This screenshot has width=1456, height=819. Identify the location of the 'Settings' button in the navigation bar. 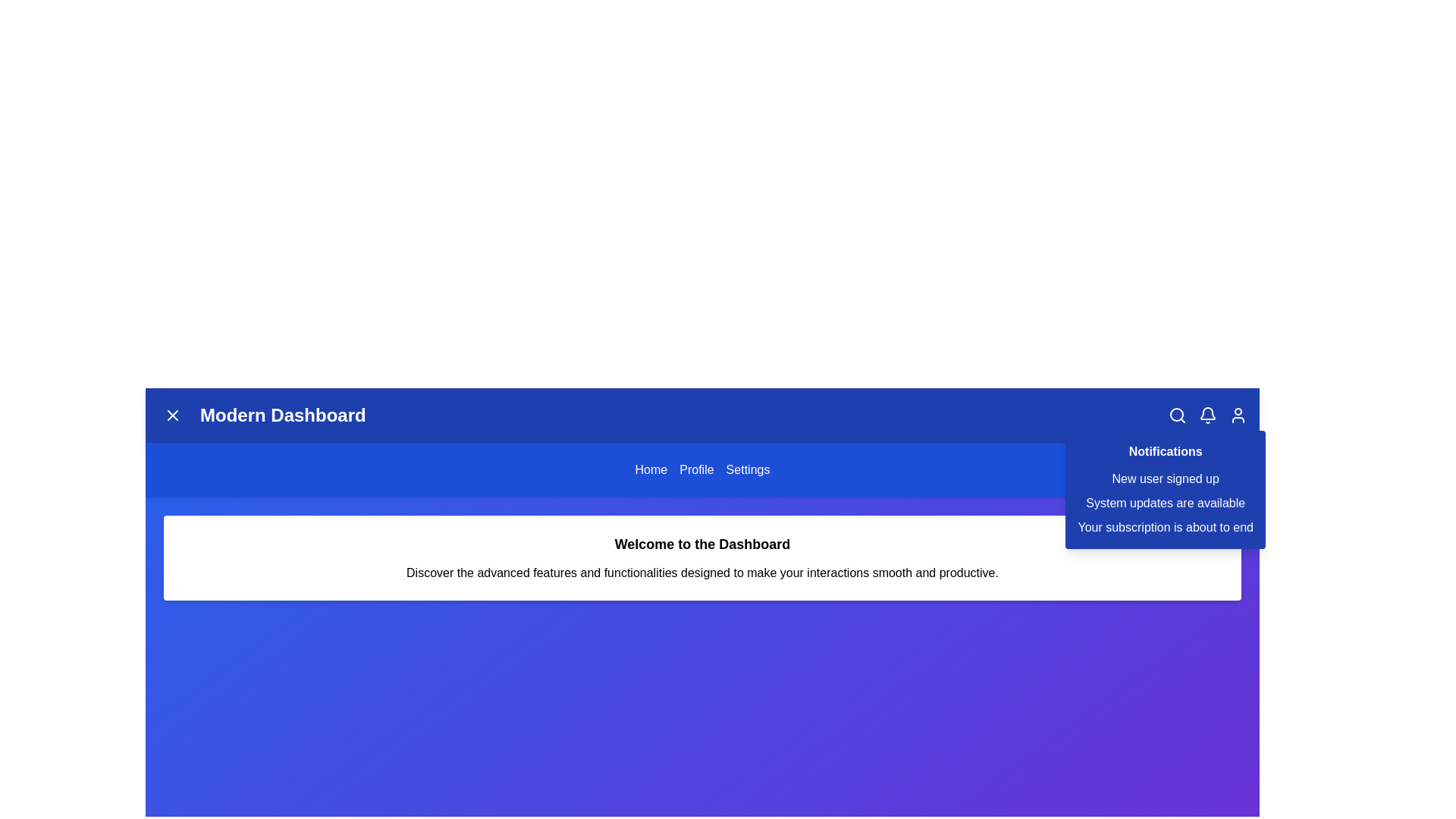
(747, 469).